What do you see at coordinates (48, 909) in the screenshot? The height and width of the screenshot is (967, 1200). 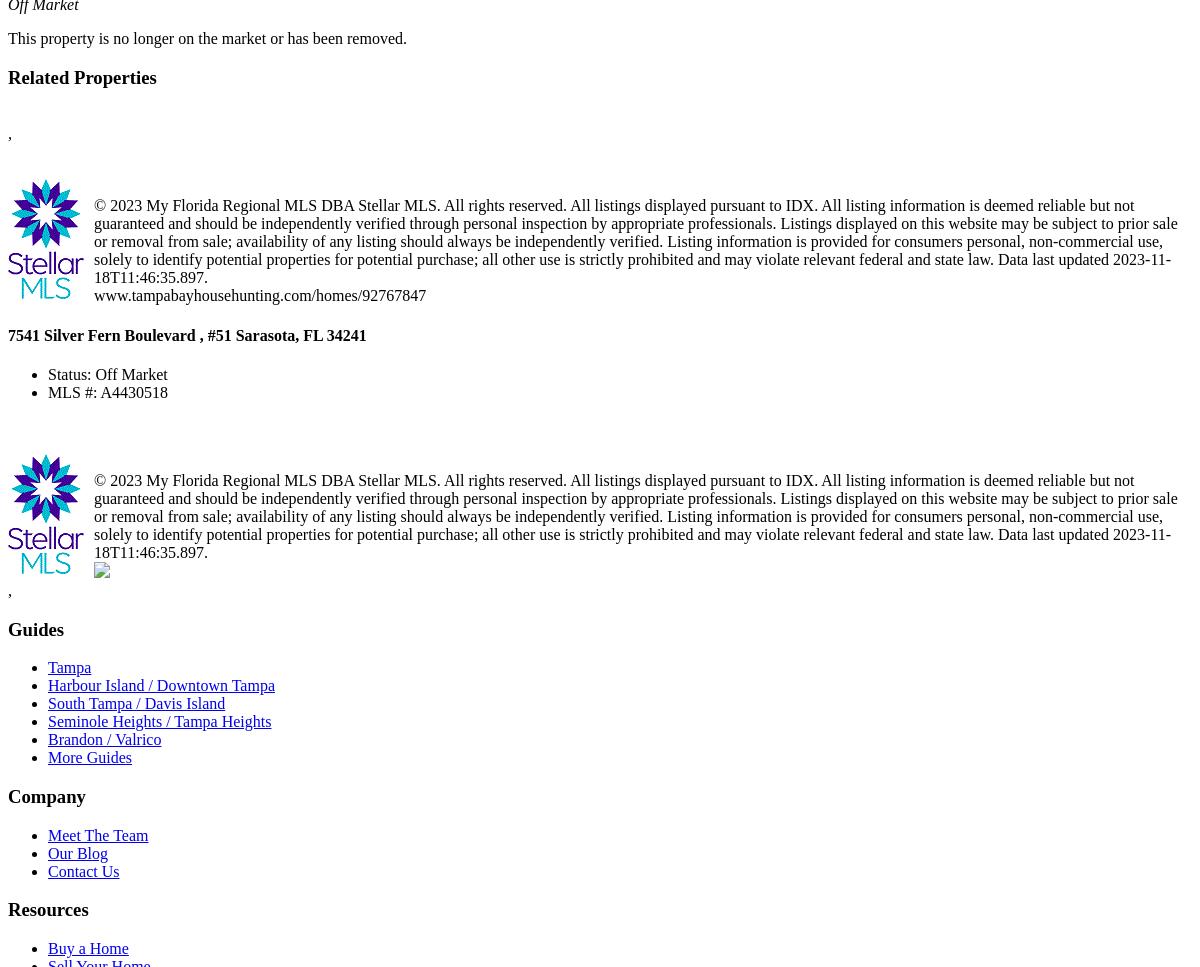 I see `'Resources'` at bounding box center [48, 909].